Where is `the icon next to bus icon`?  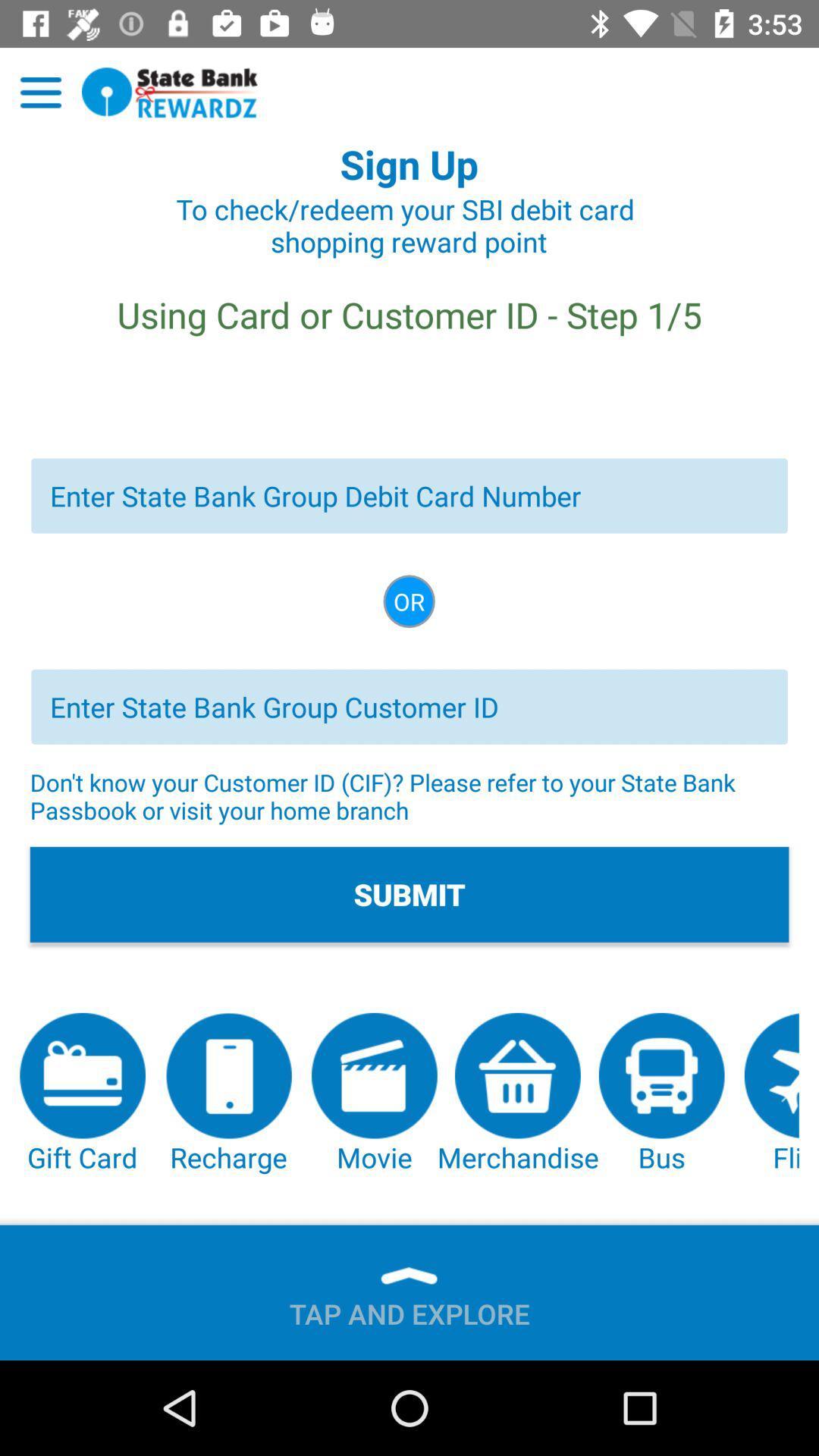
the icon next to bus icon is located at coordinates (517, 1094).